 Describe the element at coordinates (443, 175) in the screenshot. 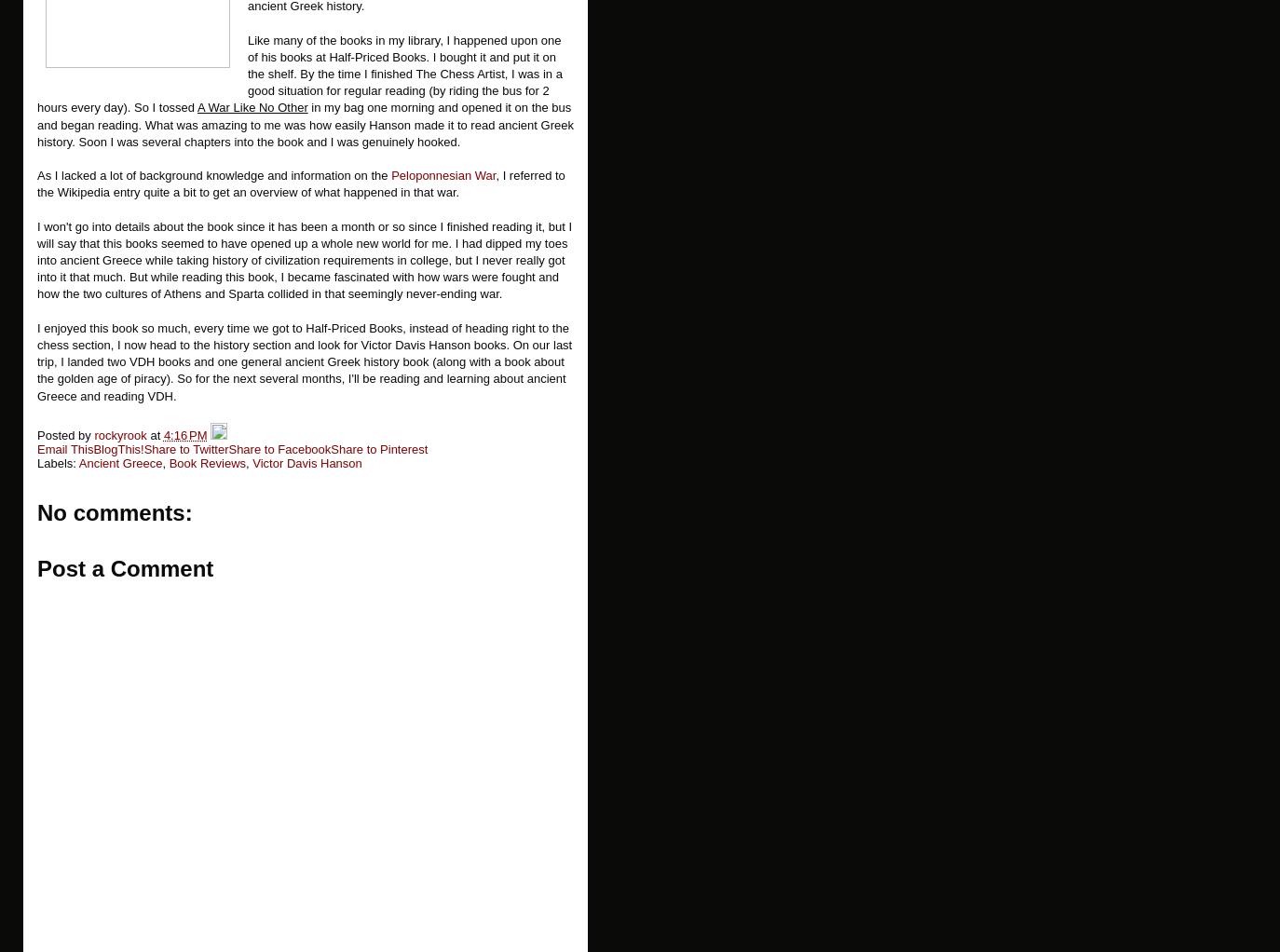

I see `'Peloponnesian War'` at that location.